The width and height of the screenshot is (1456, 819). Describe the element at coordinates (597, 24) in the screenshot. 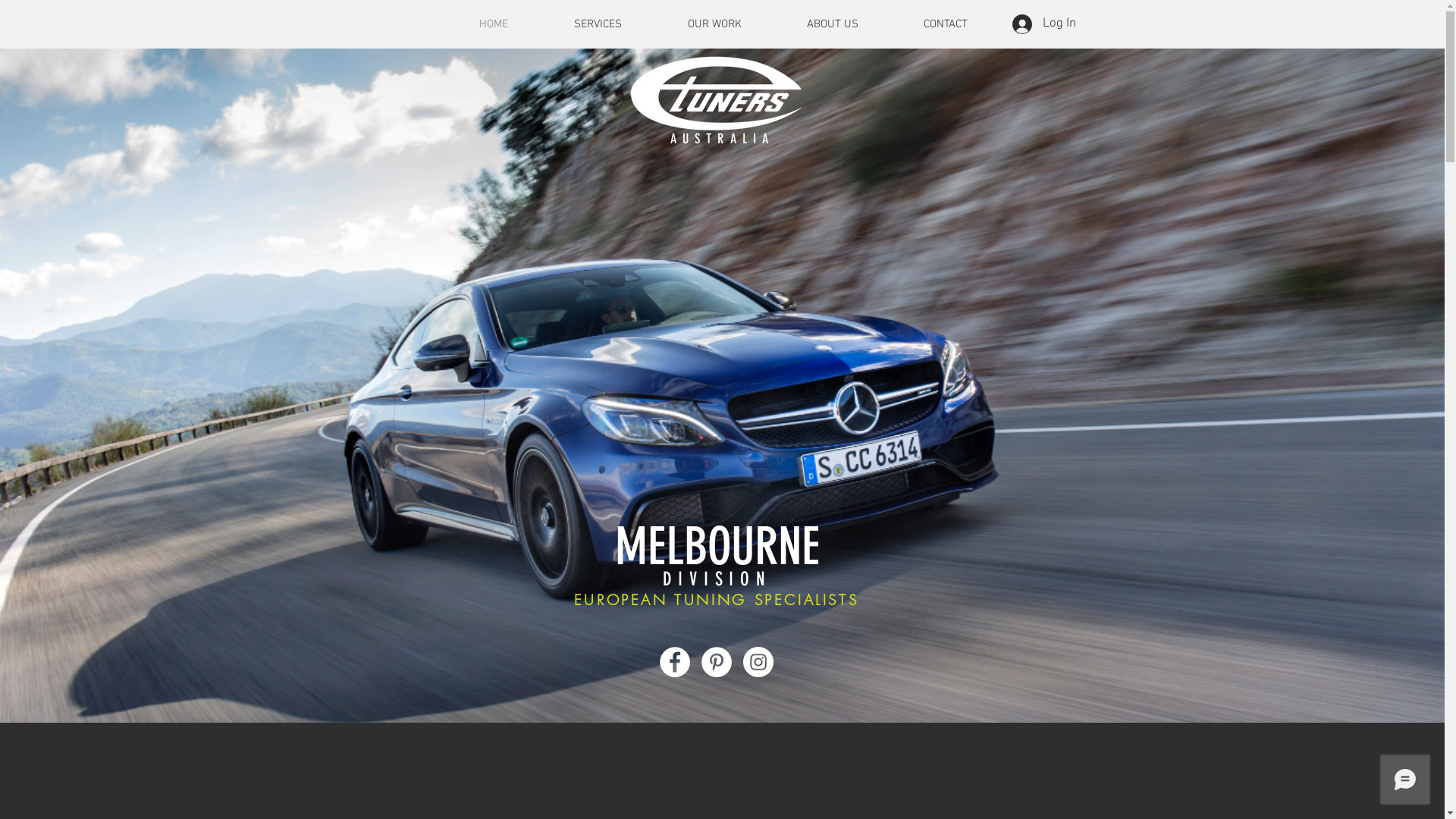

I see `'SERVICES'` at that location.